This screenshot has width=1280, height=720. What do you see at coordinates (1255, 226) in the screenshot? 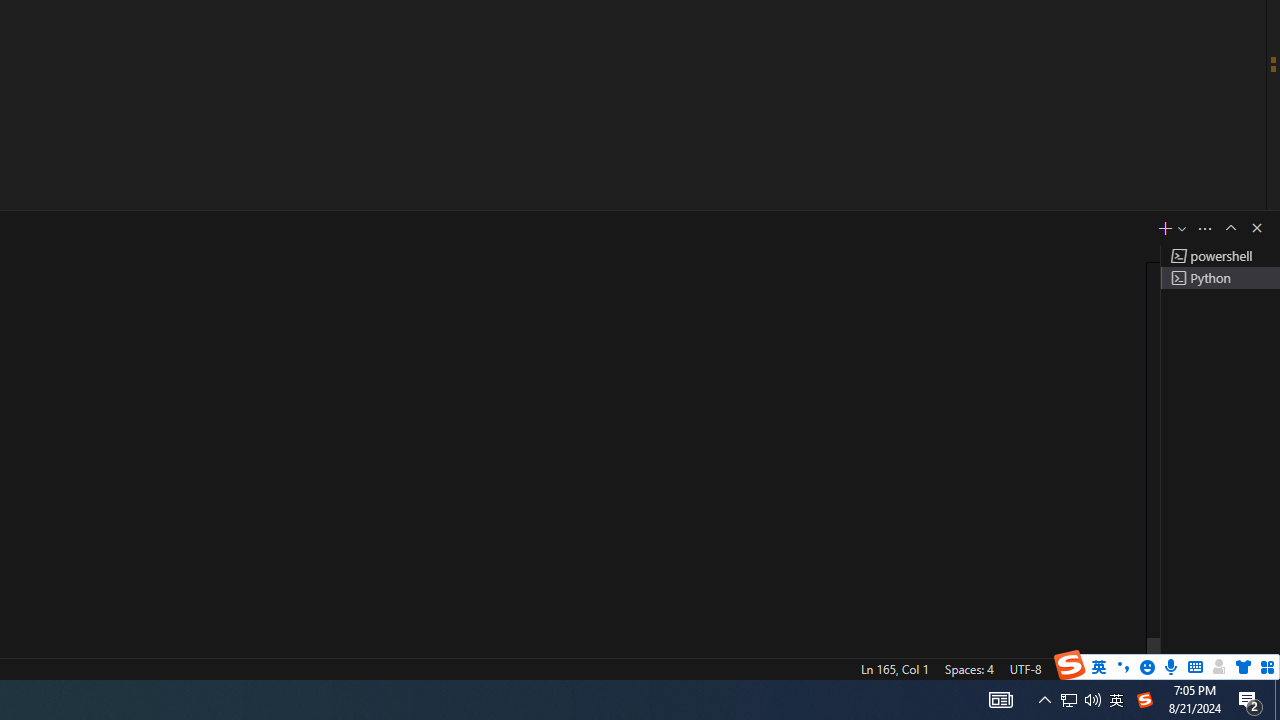
I see `'Hide Panel'` at bounding box center [1255, 226].